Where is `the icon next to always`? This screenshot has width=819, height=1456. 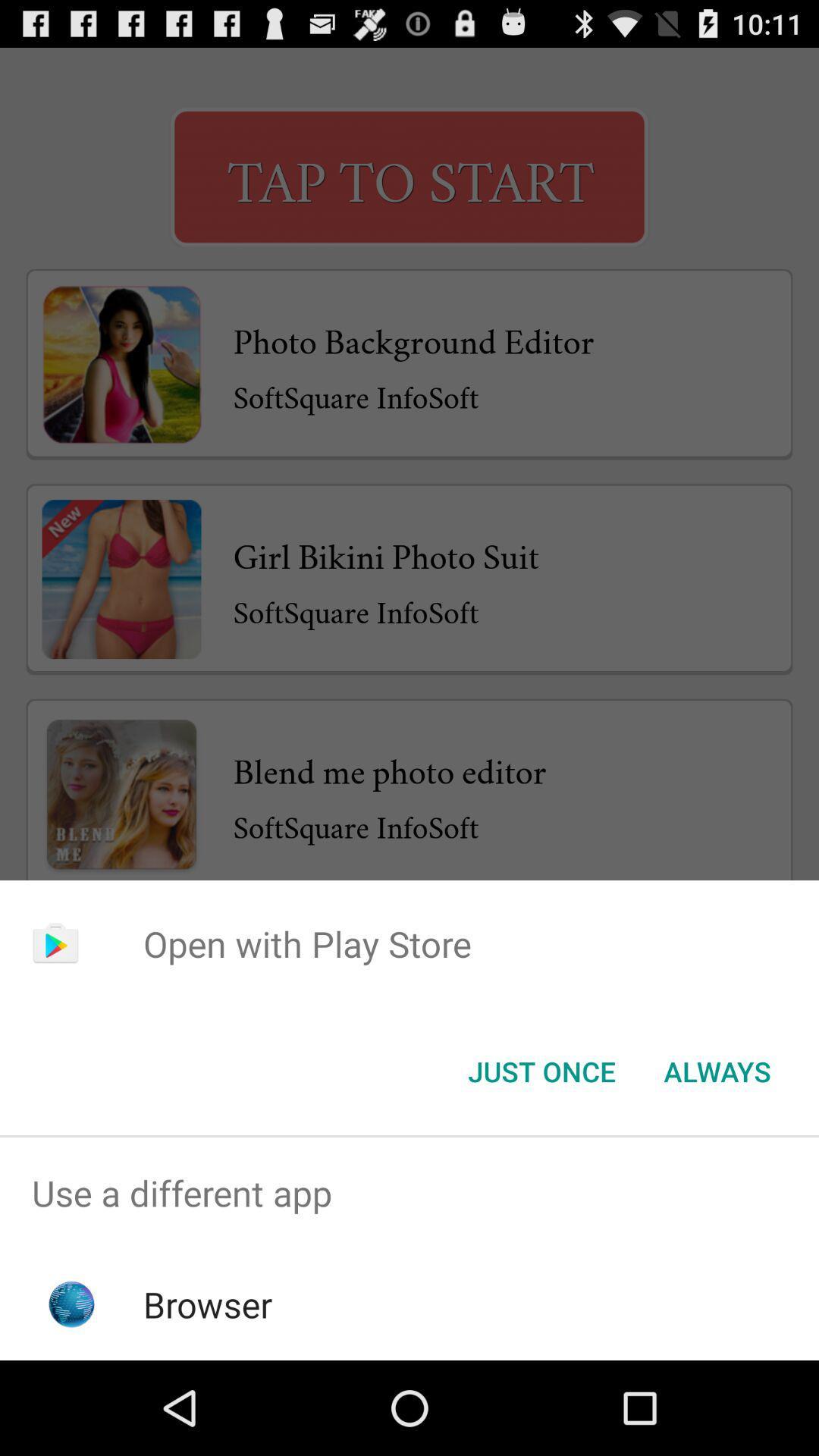 the icon next to always is located at coordinates (541, 1070).